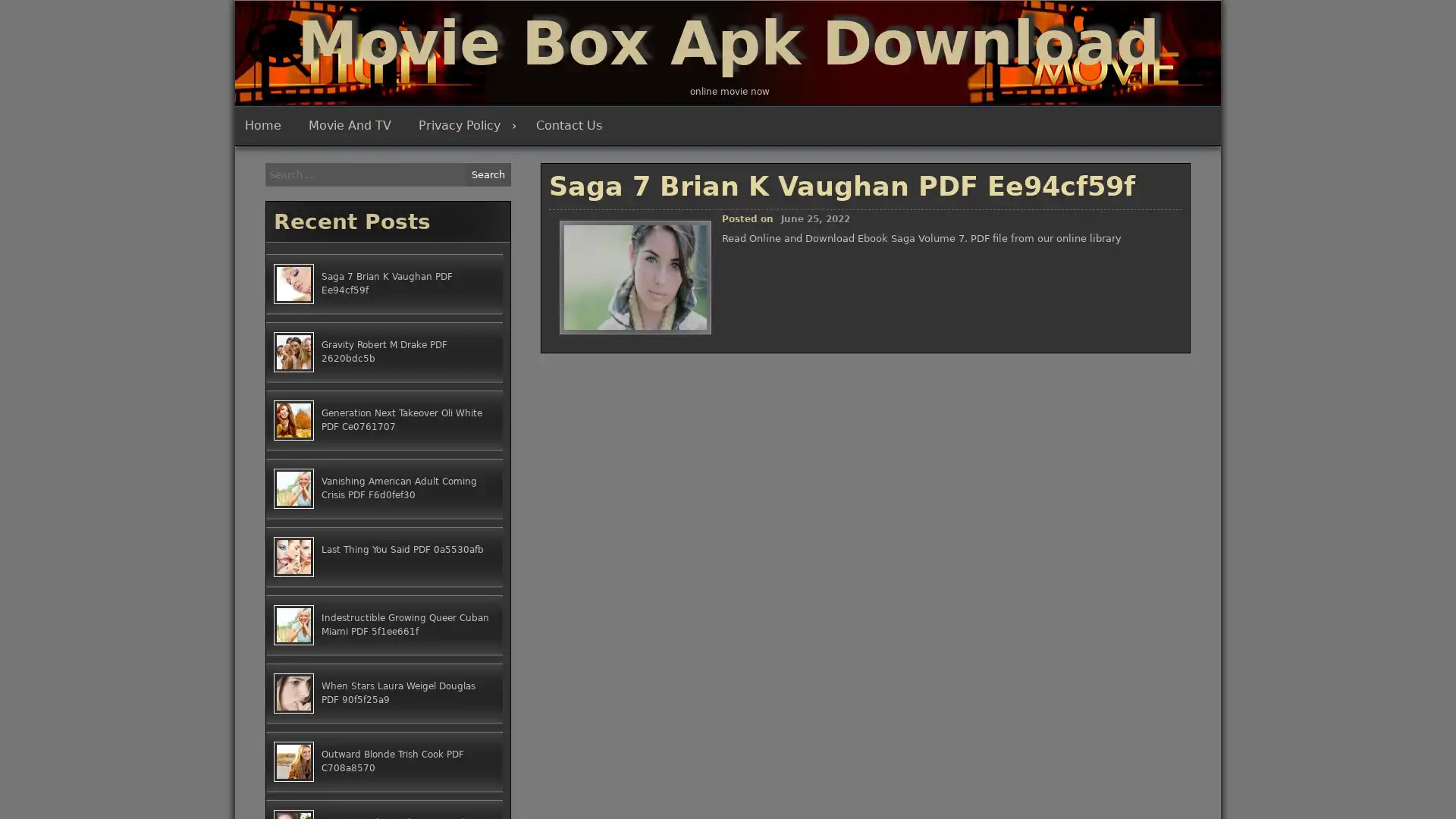 This screenshot has width=1456, height=819. I want to click on Search, so click(488, 174).